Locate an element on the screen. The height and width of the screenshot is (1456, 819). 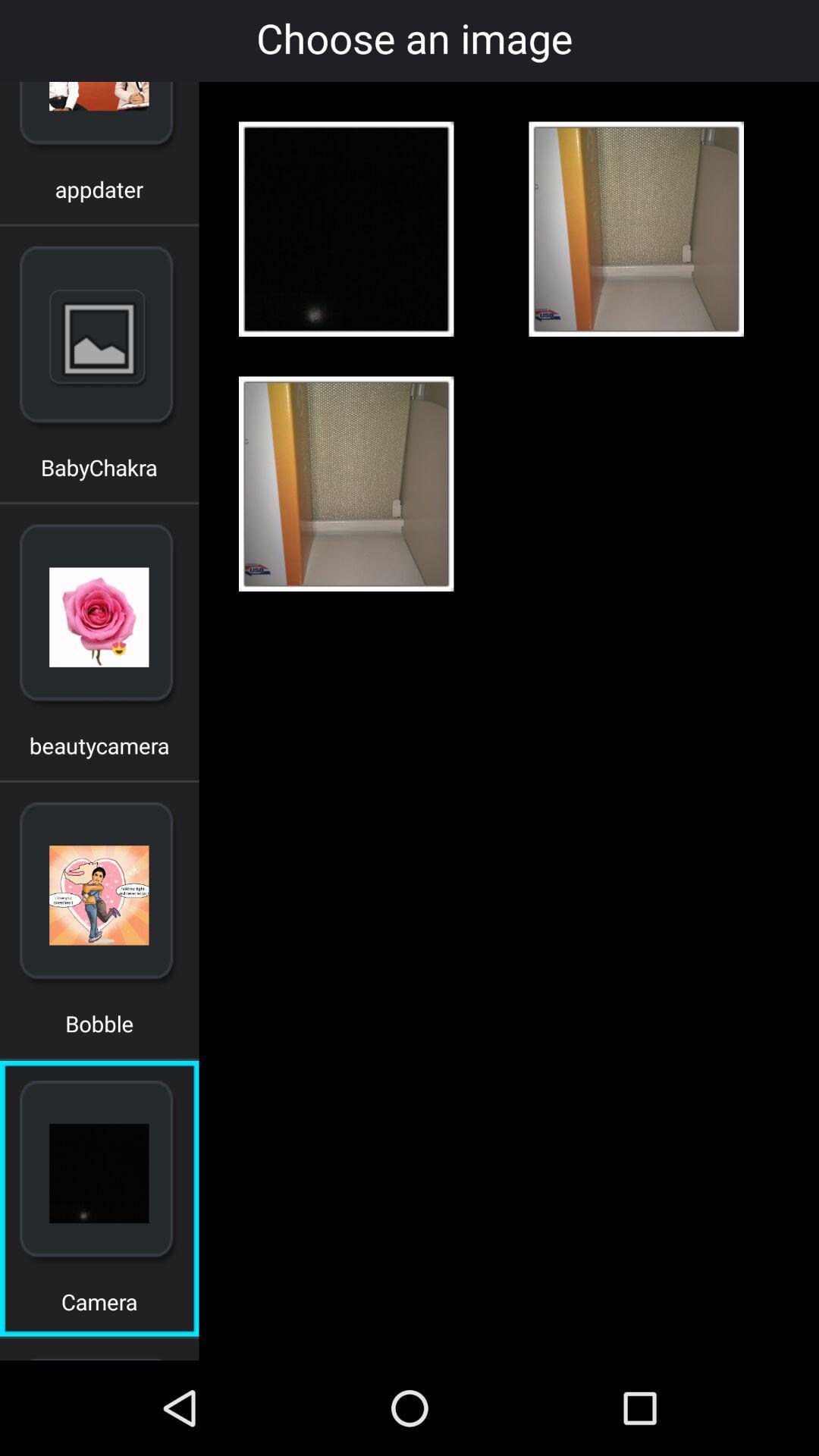
the option bobble on the page is located at coordinates (99, 1029).